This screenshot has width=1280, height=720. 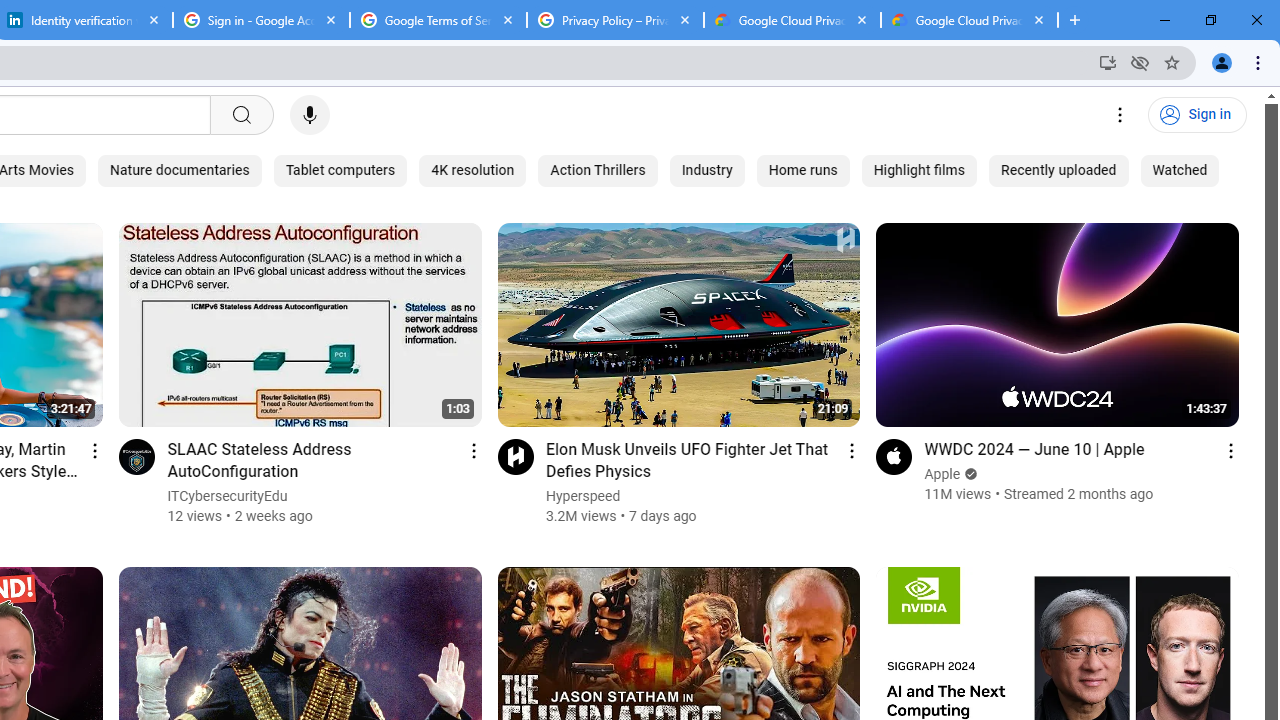 I want to click on 'Action Thrillers', so click(x=596, y=170).